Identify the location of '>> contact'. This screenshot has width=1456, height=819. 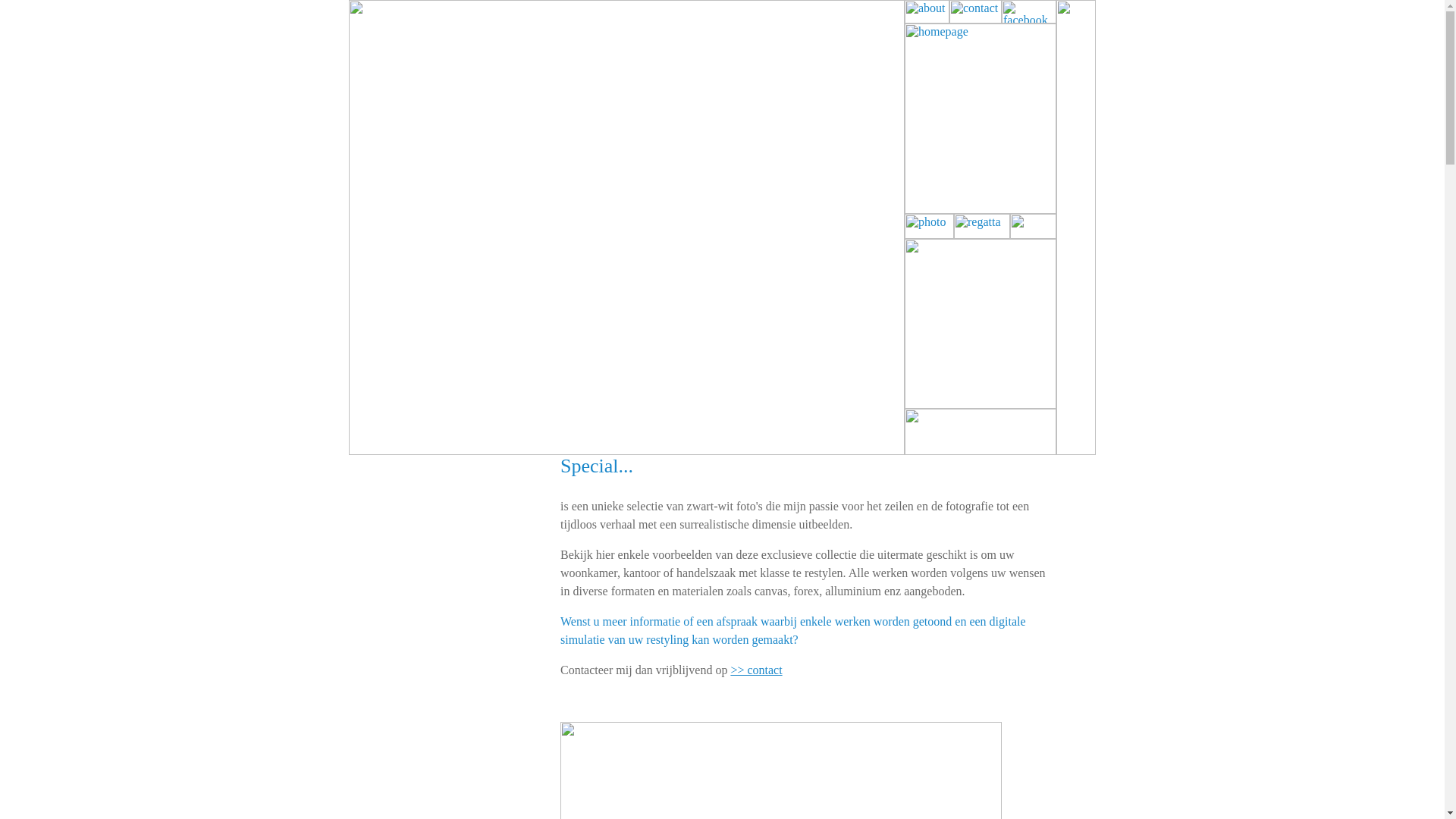
(756, 669).